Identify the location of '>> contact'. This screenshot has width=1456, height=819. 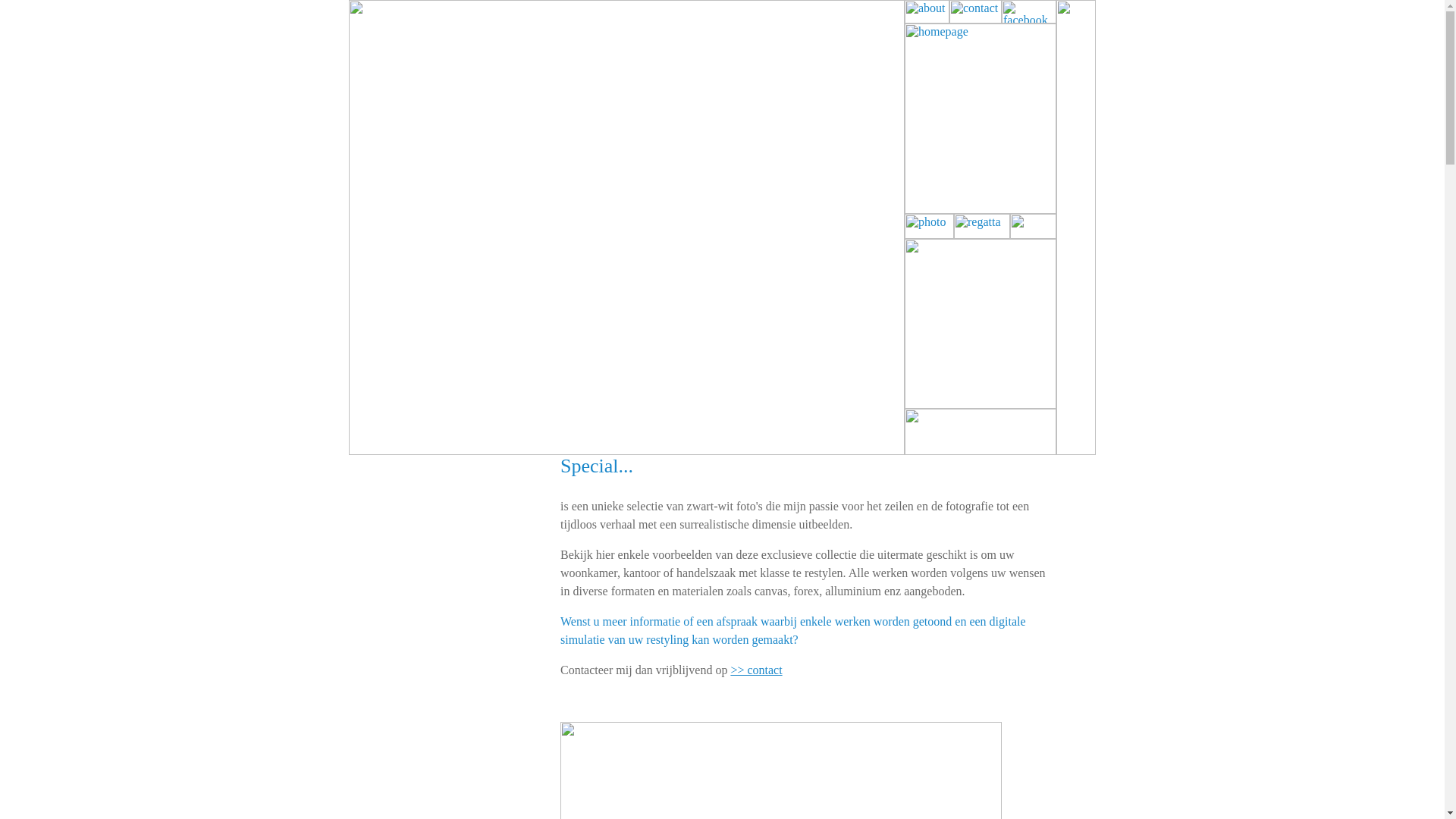
(756, 669).